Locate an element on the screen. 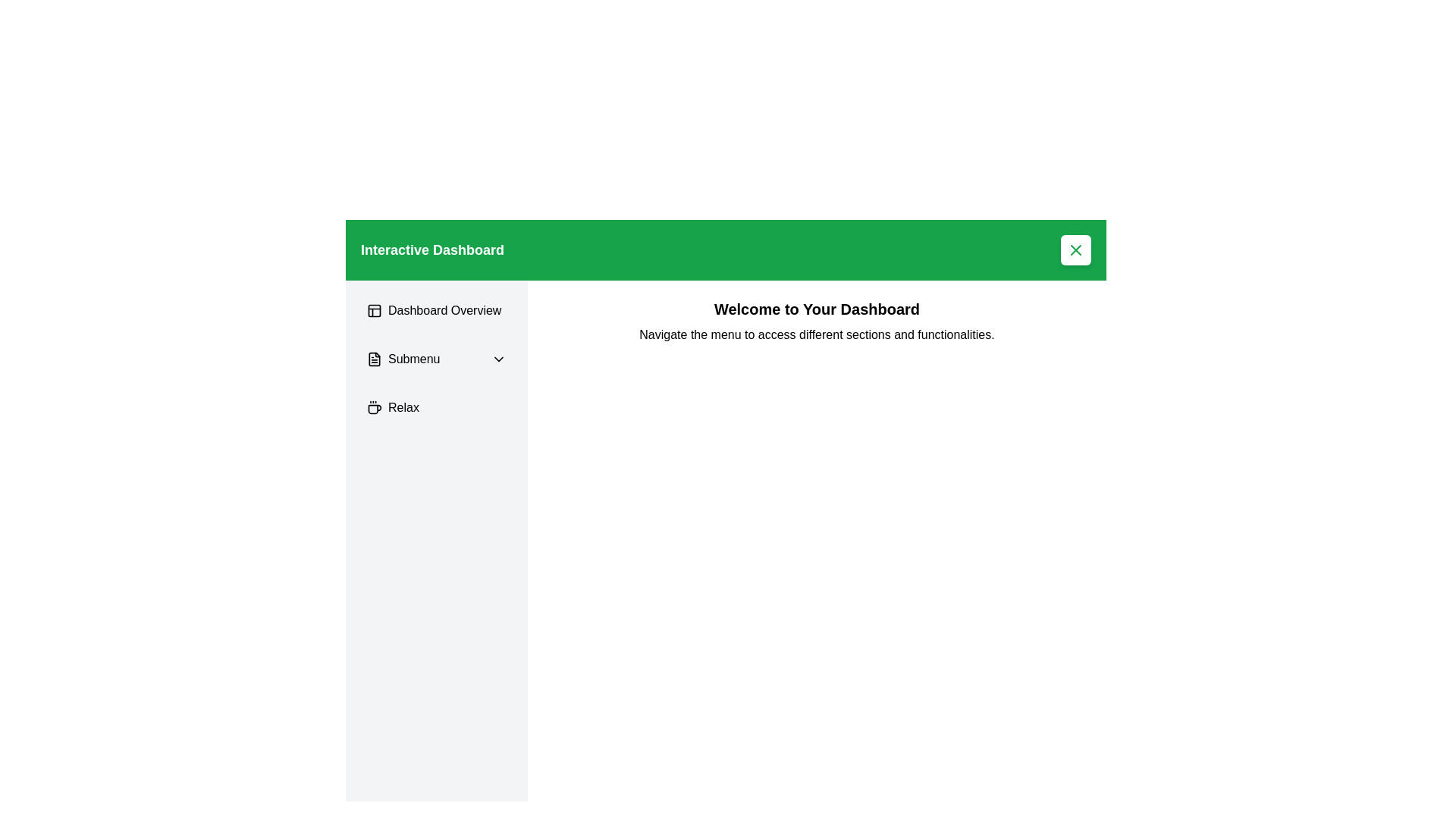 The width and height of the screenshot is (1456, 819). header text 'Welcome to Your Dashboard' which is prominently displayed in a large bold font at the top of the content area below the green header bar is located at coordinates (816, 309).